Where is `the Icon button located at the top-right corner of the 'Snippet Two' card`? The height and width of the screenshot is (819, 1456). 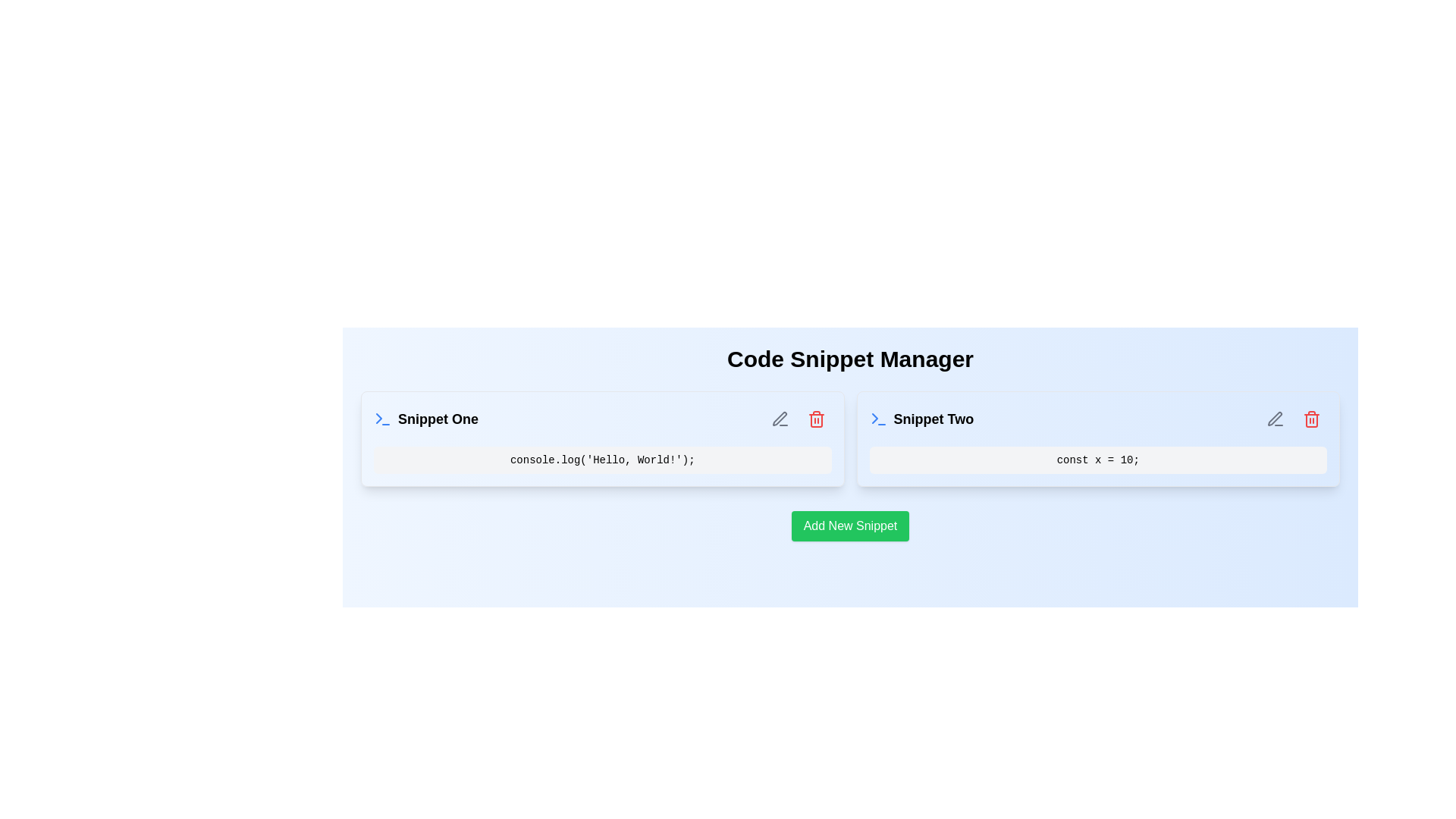
the Icon button located at the top-right corner of the 'Snippet Two' card is located at coordinates (1310, 419).